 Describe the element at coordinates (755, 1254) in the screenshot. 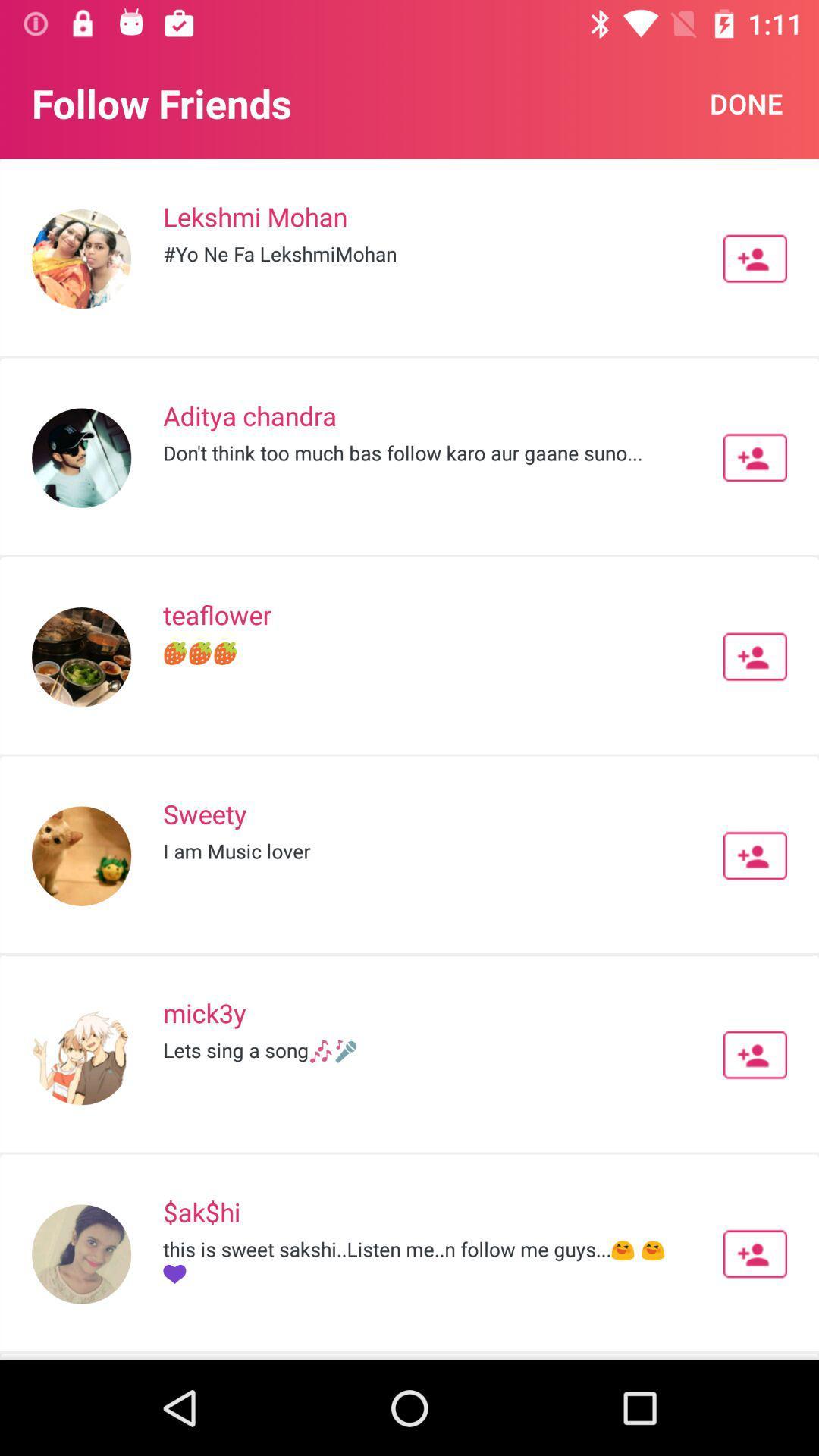

I see `send a friend request` at that location.